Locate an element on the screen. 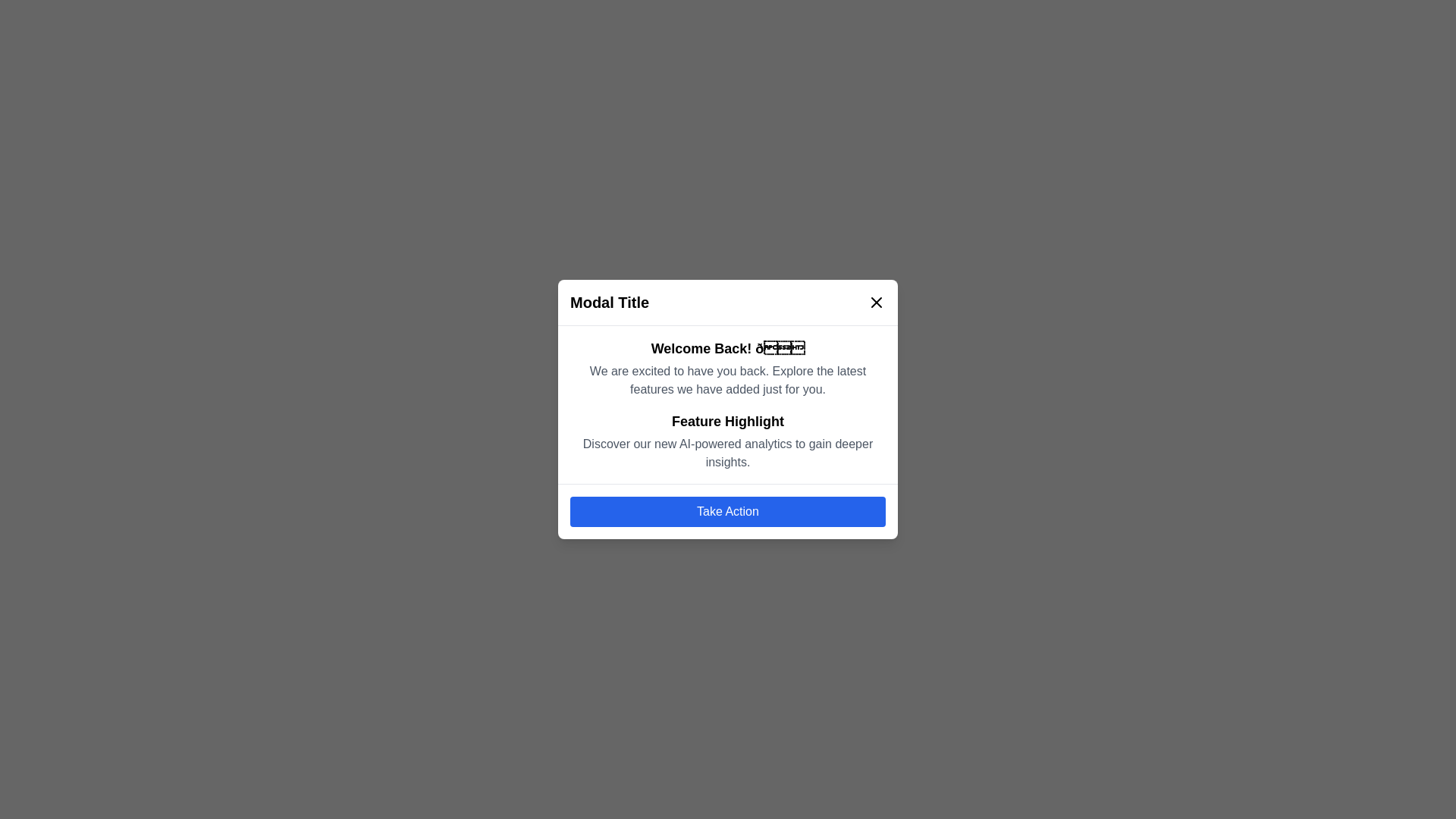 This screenshot has height=819, width=1456. the text line reading 'Discover our new AI-powered analytics to gain deeper insights.' which is styled in a subdued gray color and positioned under the bold title 'Feature Highlight' is located at coordinates (728, 452).